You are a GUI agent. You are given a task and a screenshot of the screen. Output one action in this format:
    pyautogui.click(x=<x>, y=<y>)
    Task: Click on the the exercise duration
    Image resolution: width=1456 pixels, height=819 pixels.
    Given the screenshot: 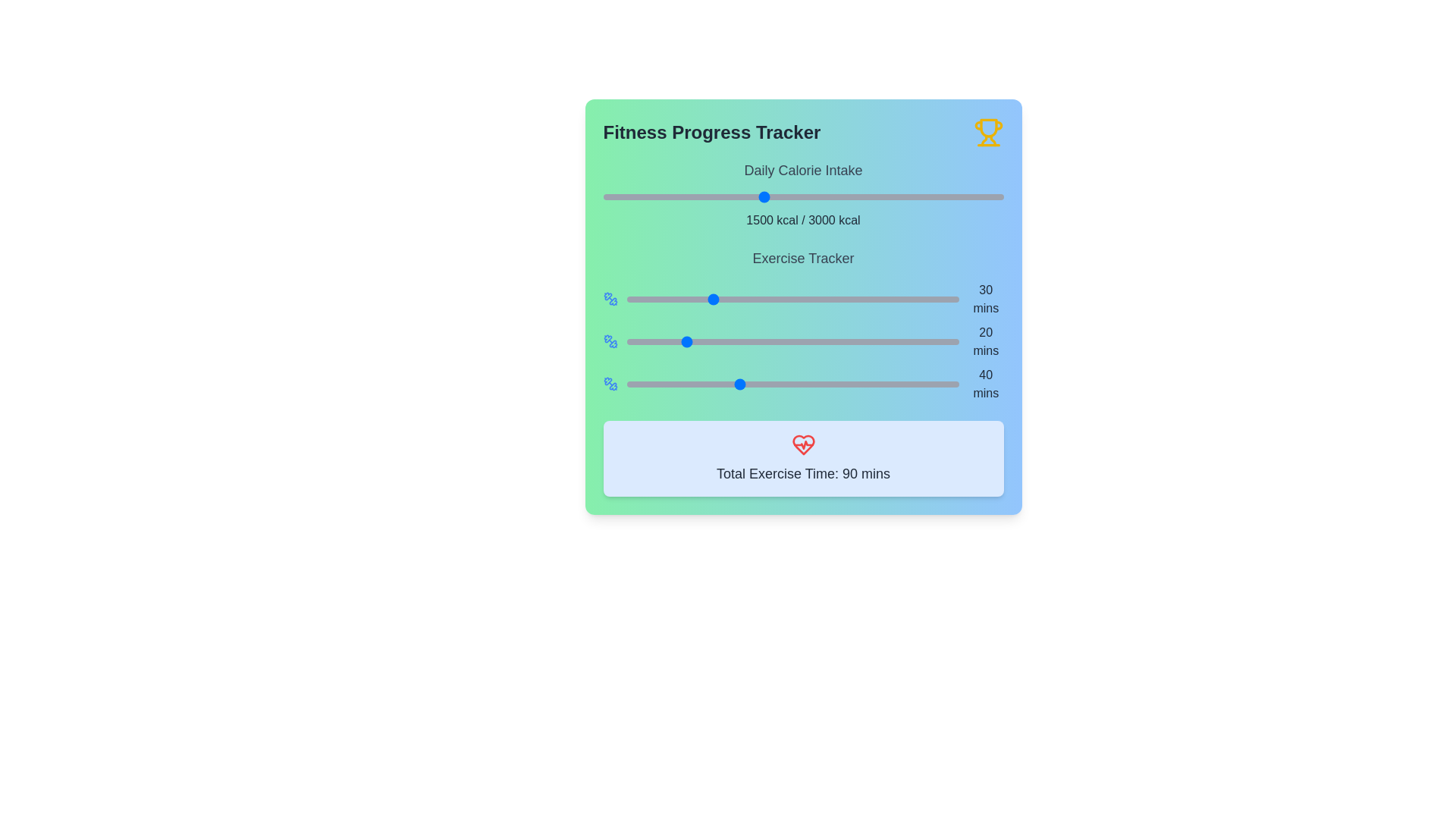 What is the action you would take?
    pyautogui.click(x=896, y=383)
    